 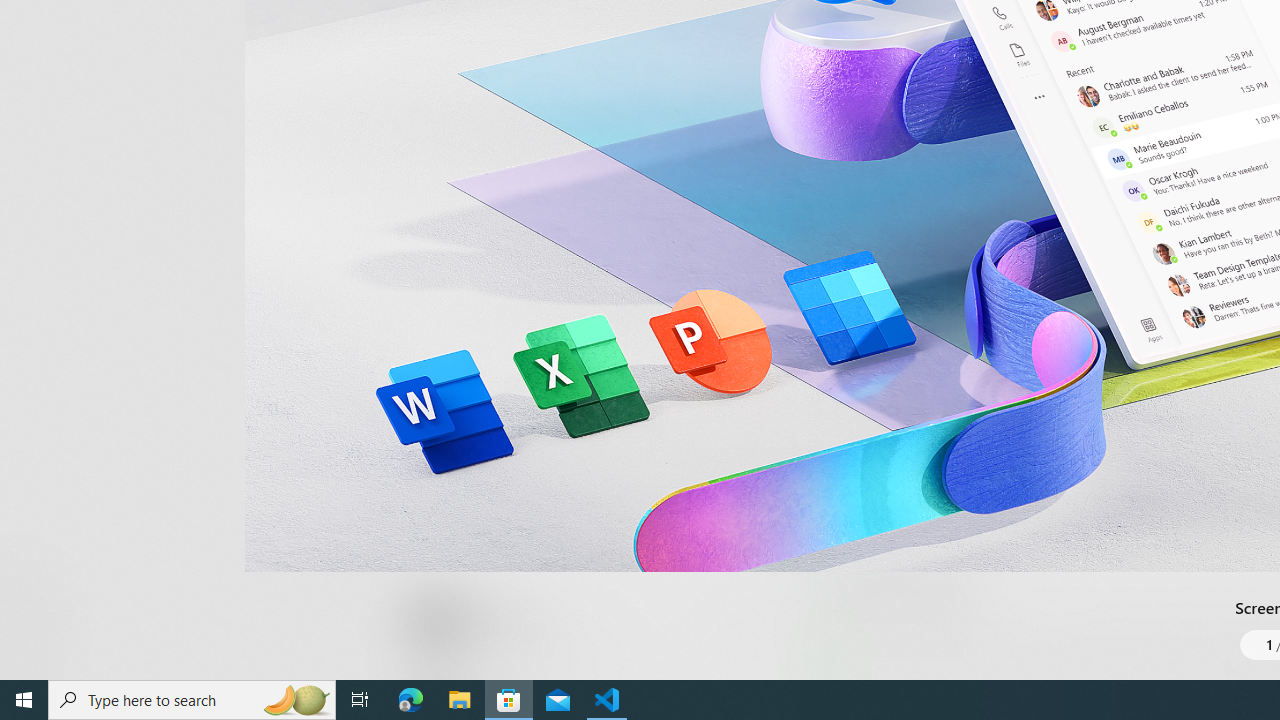 What do you see at coordinates (839, 207) in the screenshot?
I see `'Show all ratings and reviews'` at bounding box center [839, 207].